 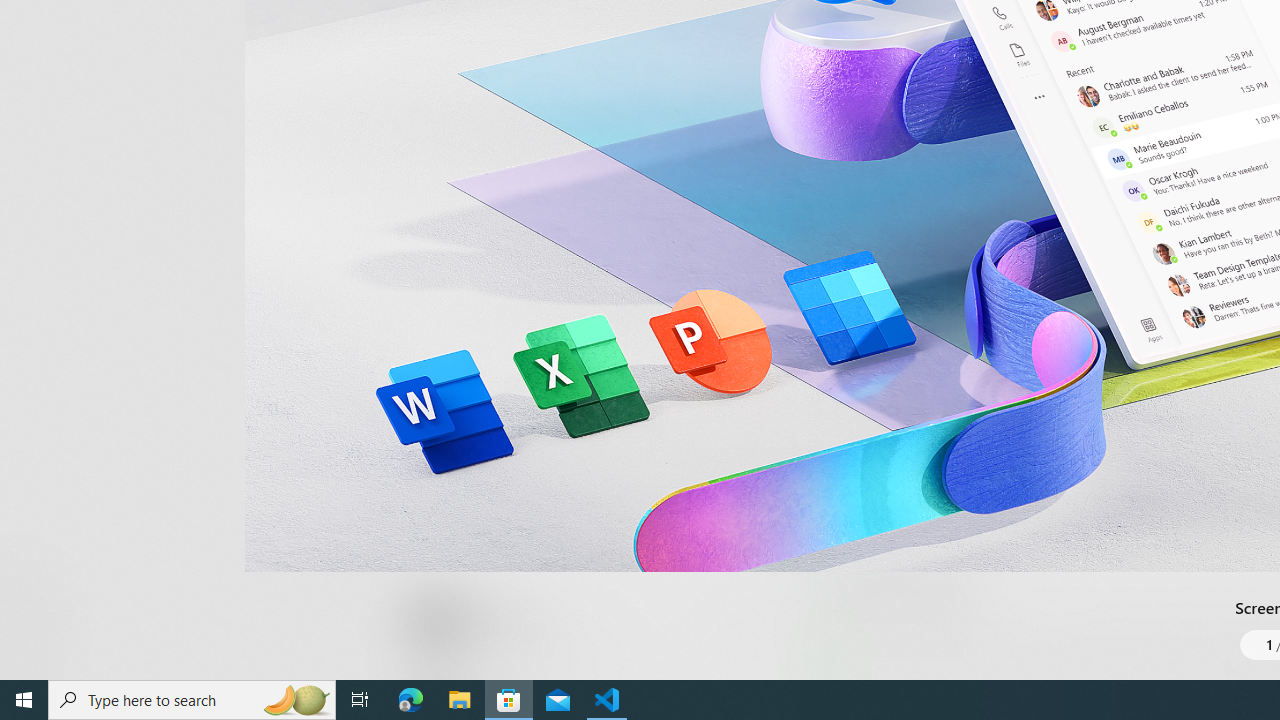 What do you see at coordinates (839, 207) in the screenshot?
I see `'Show all ratings and reviews'` at bounding box center [839, 207].